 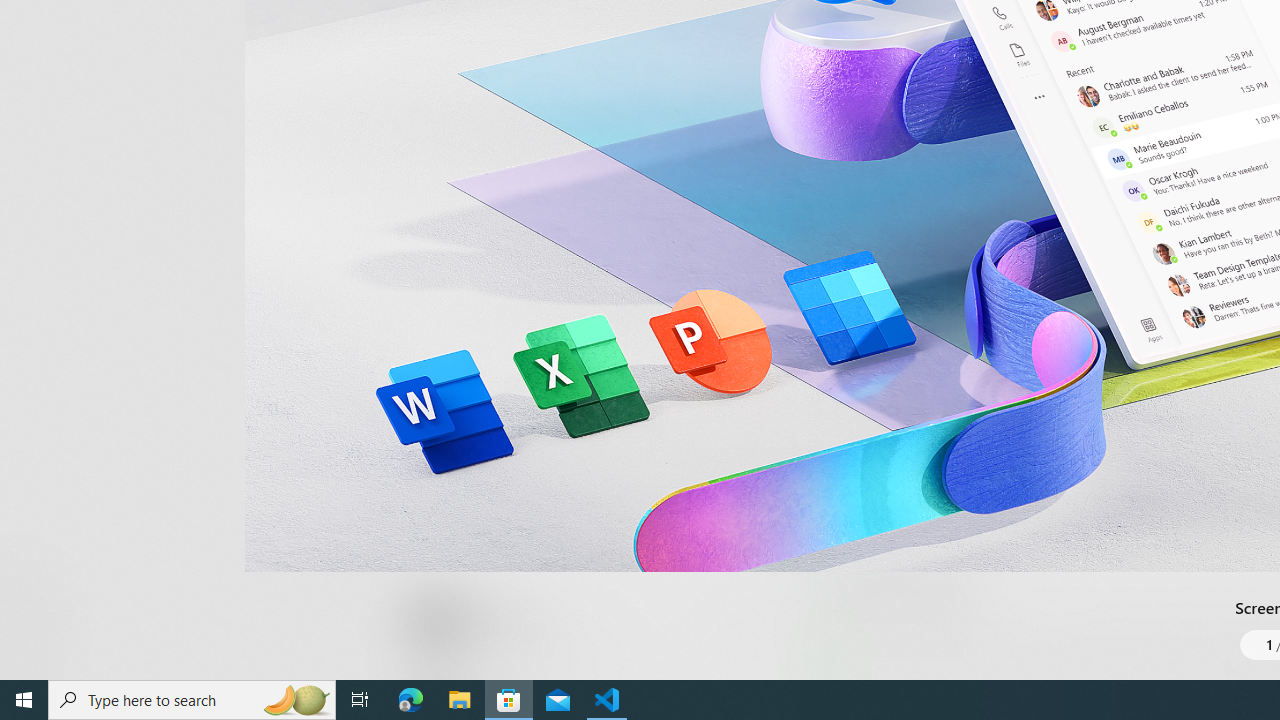 What do you see at coordinates (839, 207) in the screenshot?
I see `'Show all ratings and reviews'` at bounding box center [839, 207].